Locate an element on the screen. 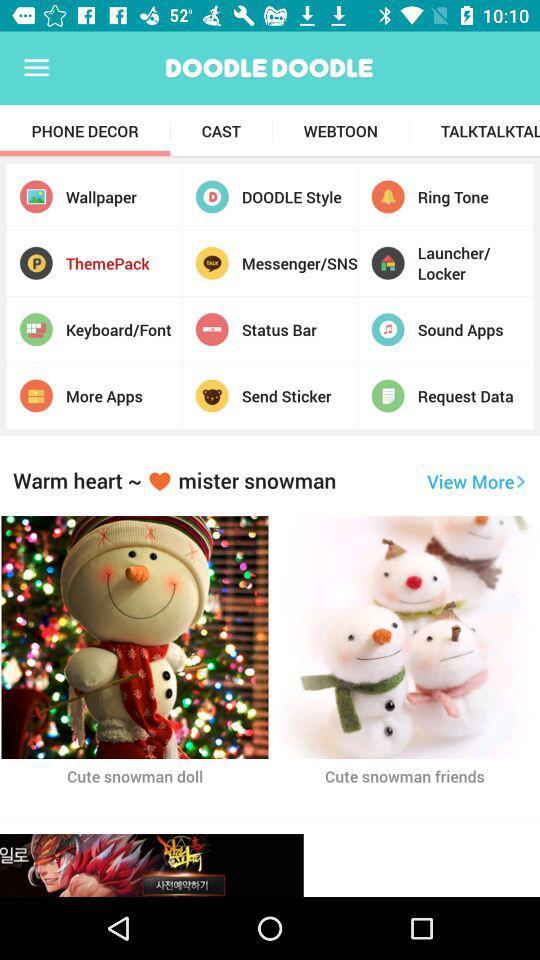 This screenshot has width=540, height=960. item next to warm heart mister item is located at coordinates (475, 480).